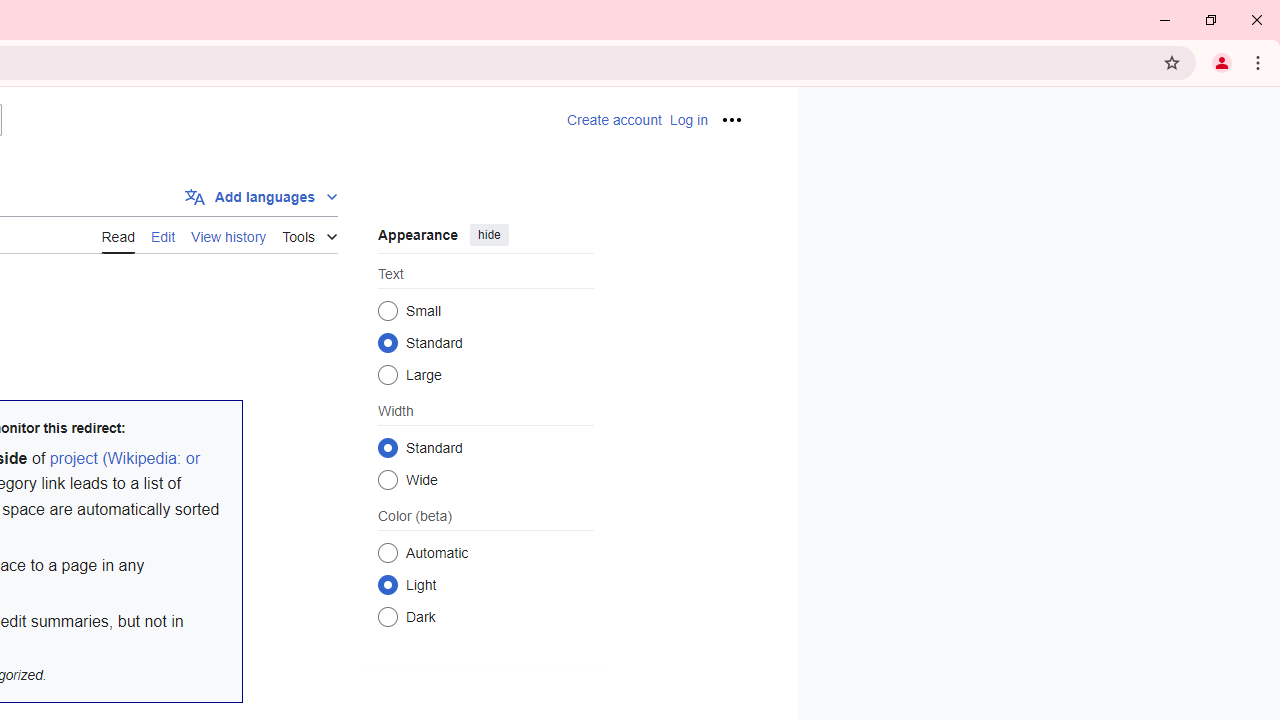 This screenshot has width=1280, height=720. I want to click on 'hide', so click(489, 233).